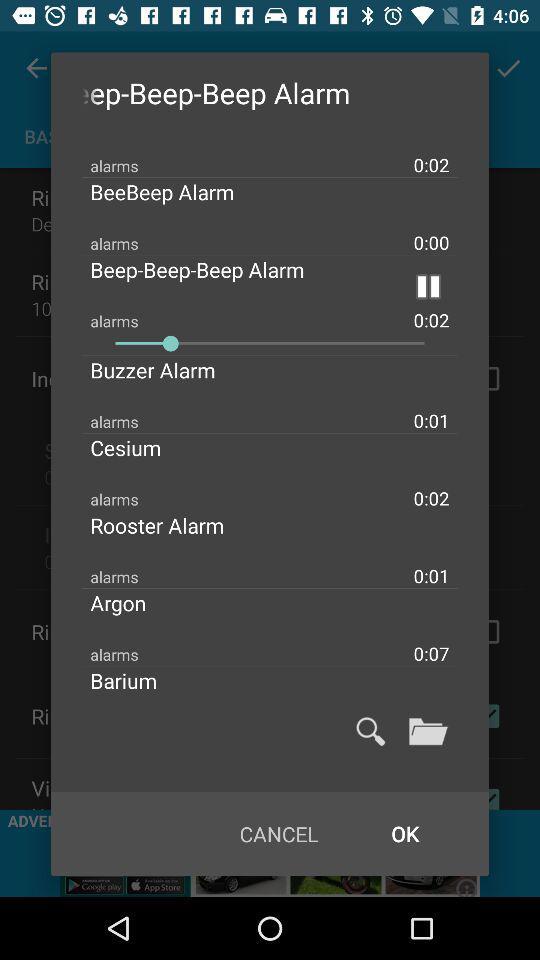 The height and width of the screenshot is (960, 540). I want to click on argon icon, so click(134, 601).